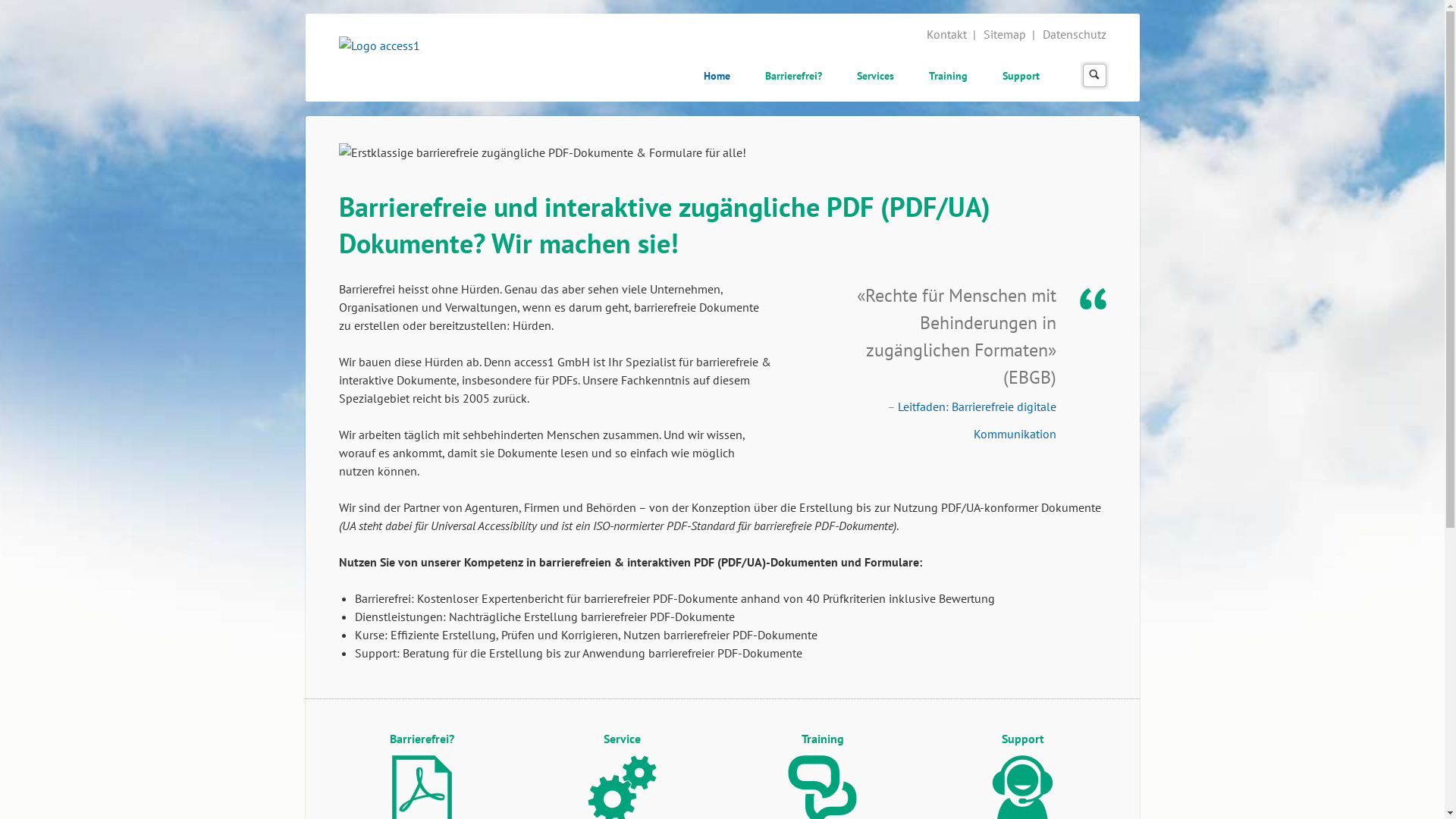 This screenshot has width=1456, height=819. I want to click on 'Kontakt  |', so click(952, 34).